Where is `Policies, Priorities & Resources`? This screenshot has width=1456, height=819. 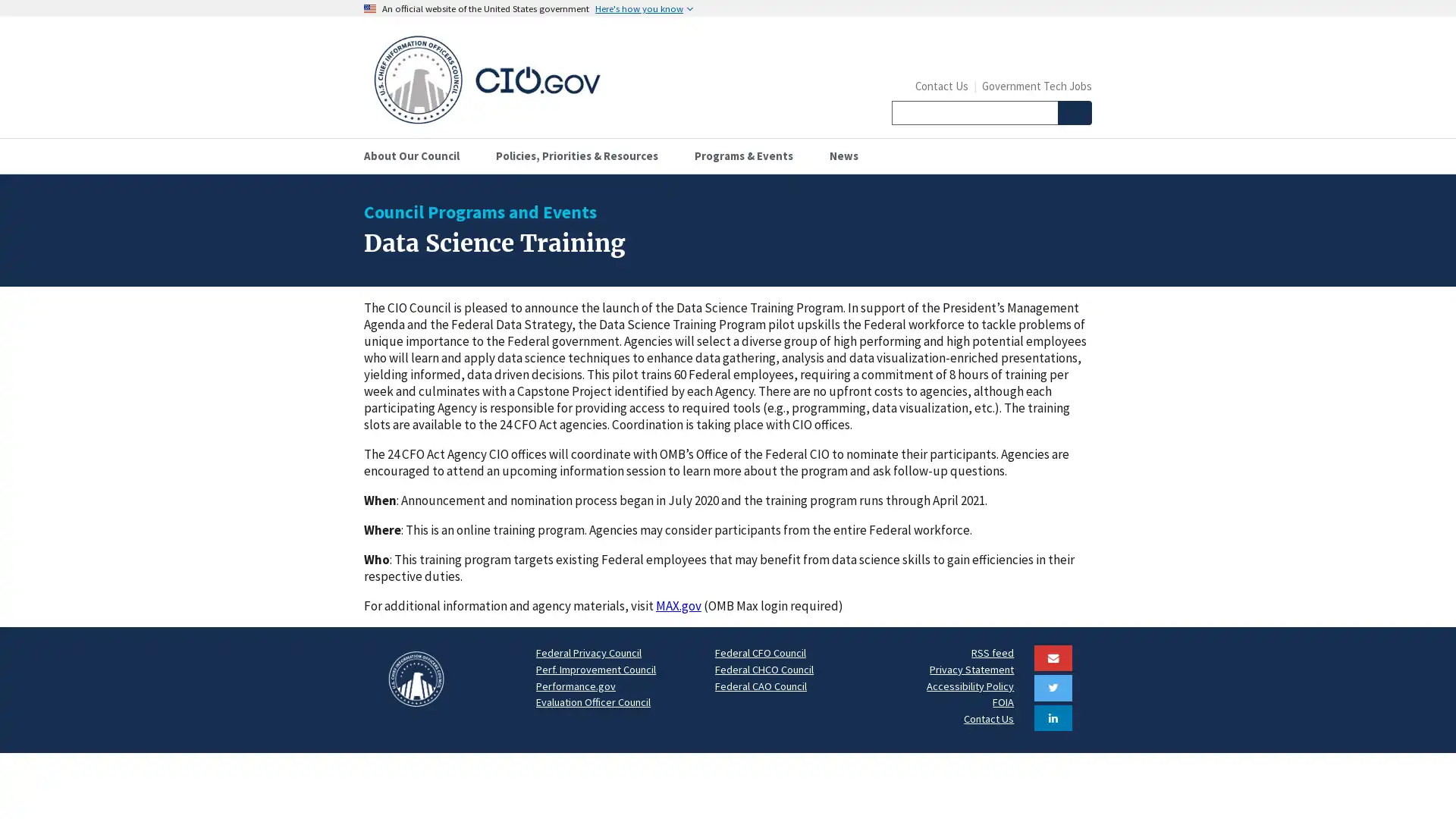 Policies, Priorities & Resources is located at coordinates (582, 155).